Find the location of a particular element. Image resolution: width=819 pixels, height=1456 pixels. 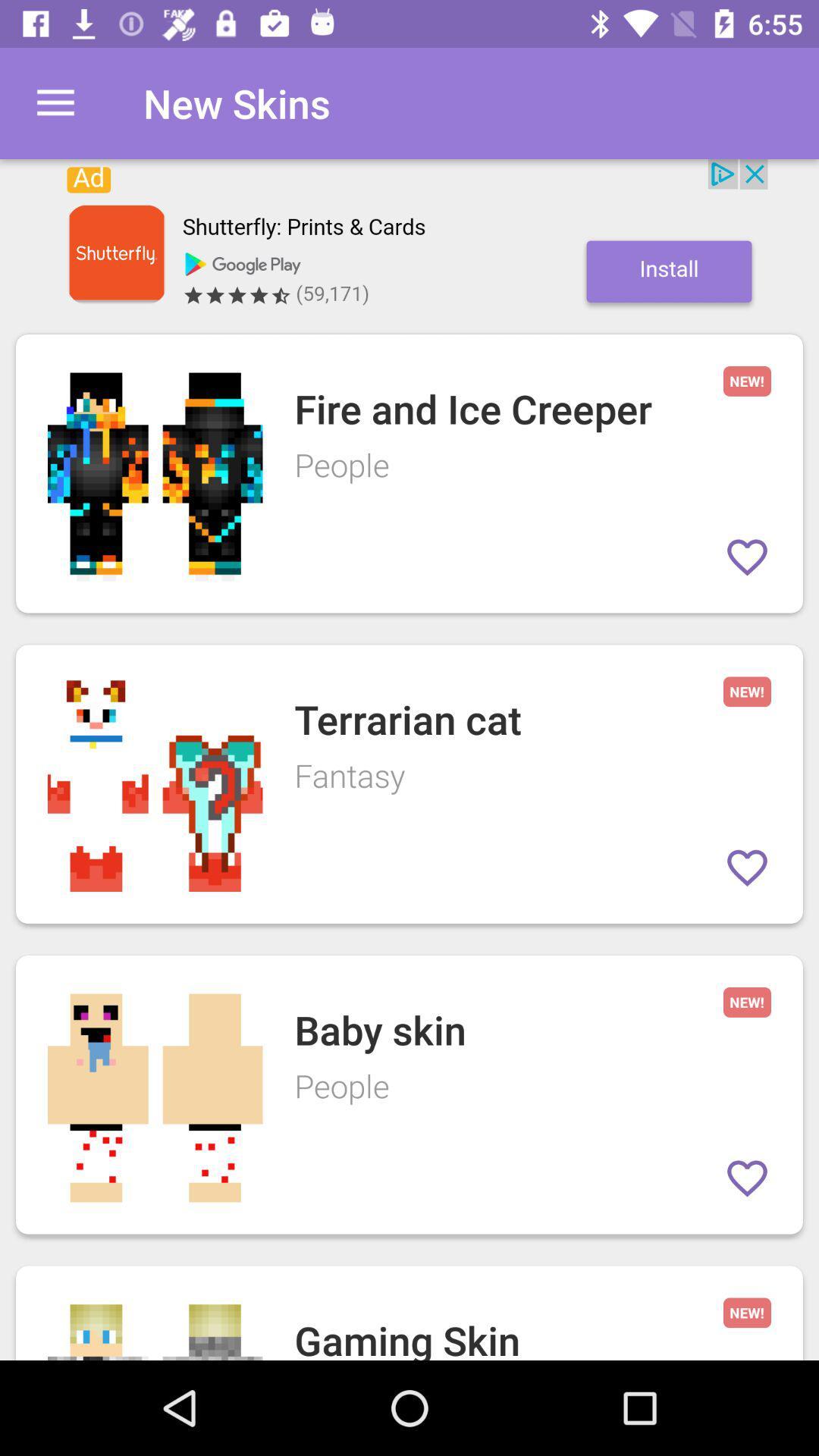

love this entry is located at coordinates (746, 868).